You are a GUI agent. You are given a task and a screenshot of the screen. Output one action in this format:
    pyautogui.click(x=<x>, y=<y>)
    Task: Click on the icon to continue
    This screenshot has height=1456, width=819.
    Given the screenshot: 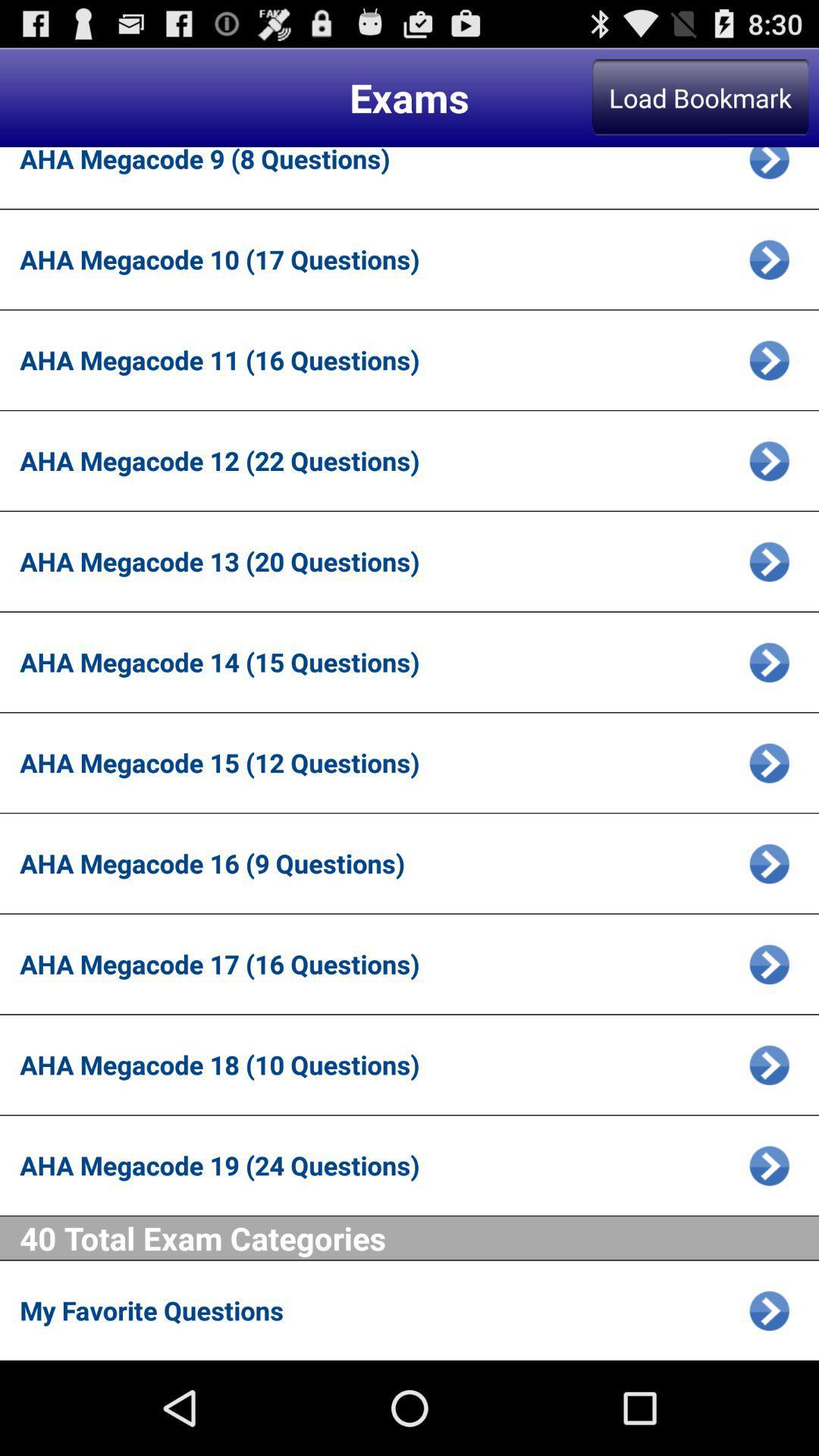 What is the action you would take?
    pyautogui.click(x=769, y=560)
    